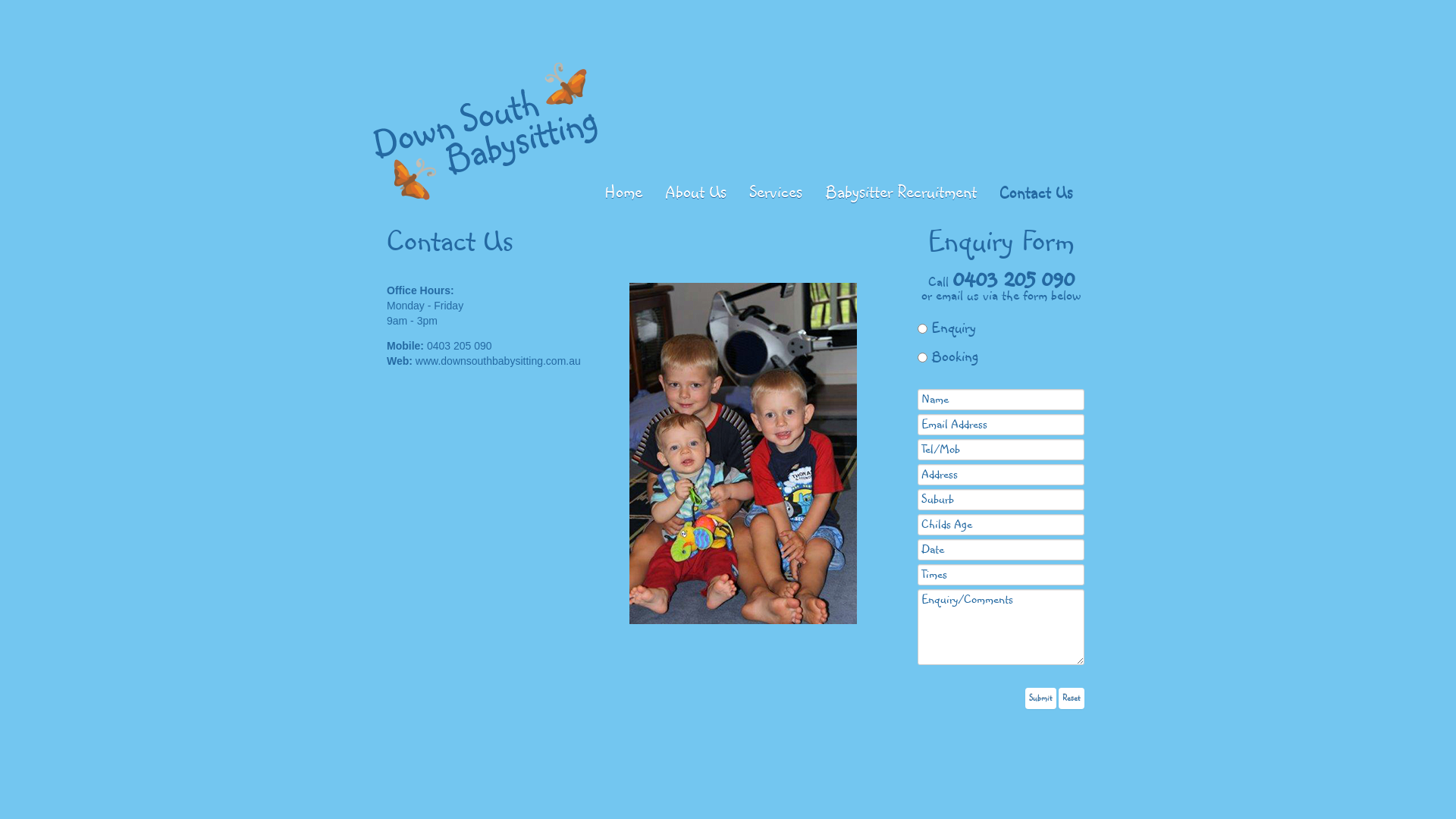  What do you see at coordinates (1035, 192) in the screenshot?
I see `'Contact Us'` at bounding box center [1035, 192].